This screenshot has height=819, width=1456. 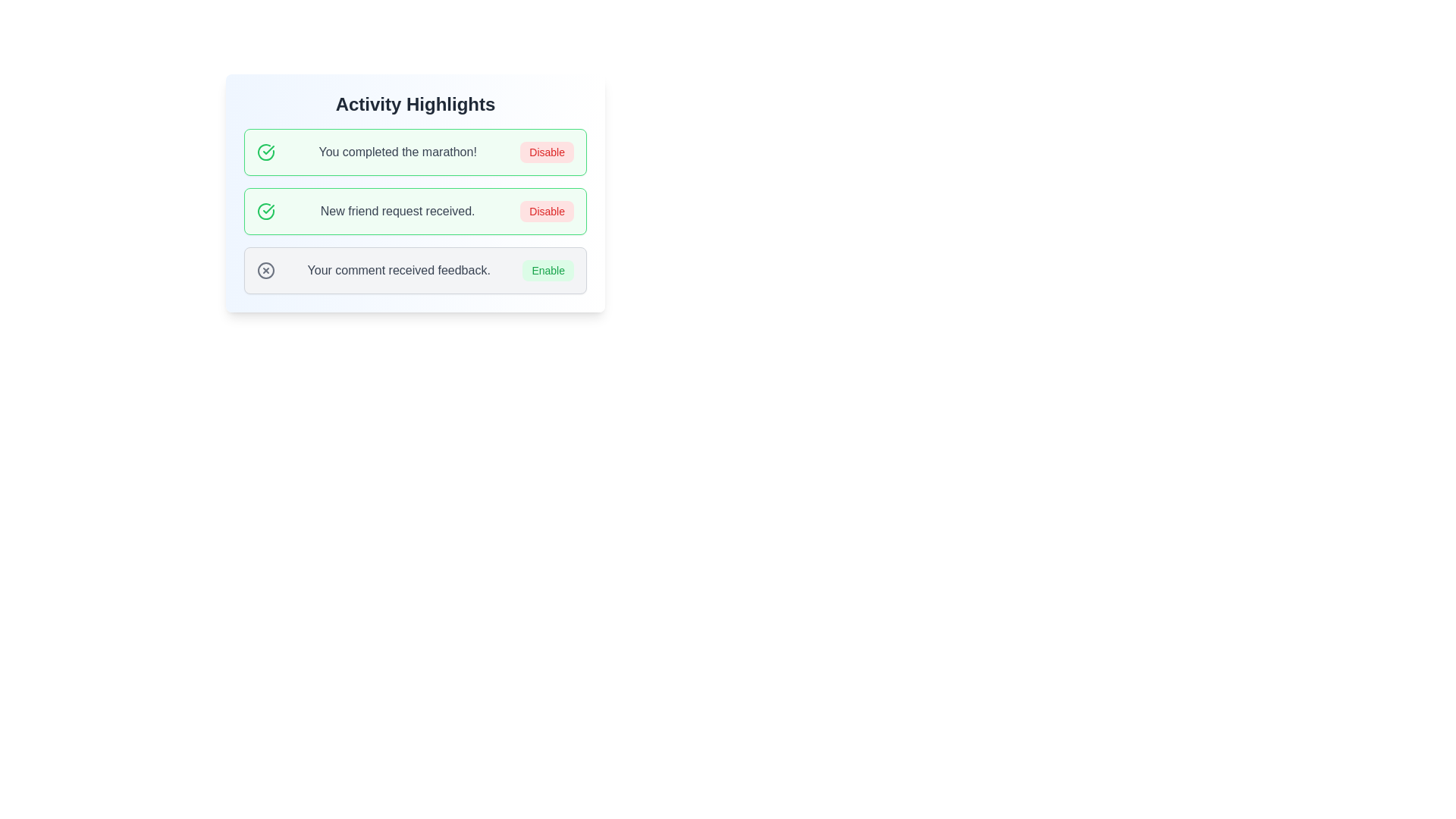 What do you see at coordinates (415, 211) in the screenshot?
I see `the notification box with a green border containing the text 'New friend request received.'` at bounding box center [415, 211].